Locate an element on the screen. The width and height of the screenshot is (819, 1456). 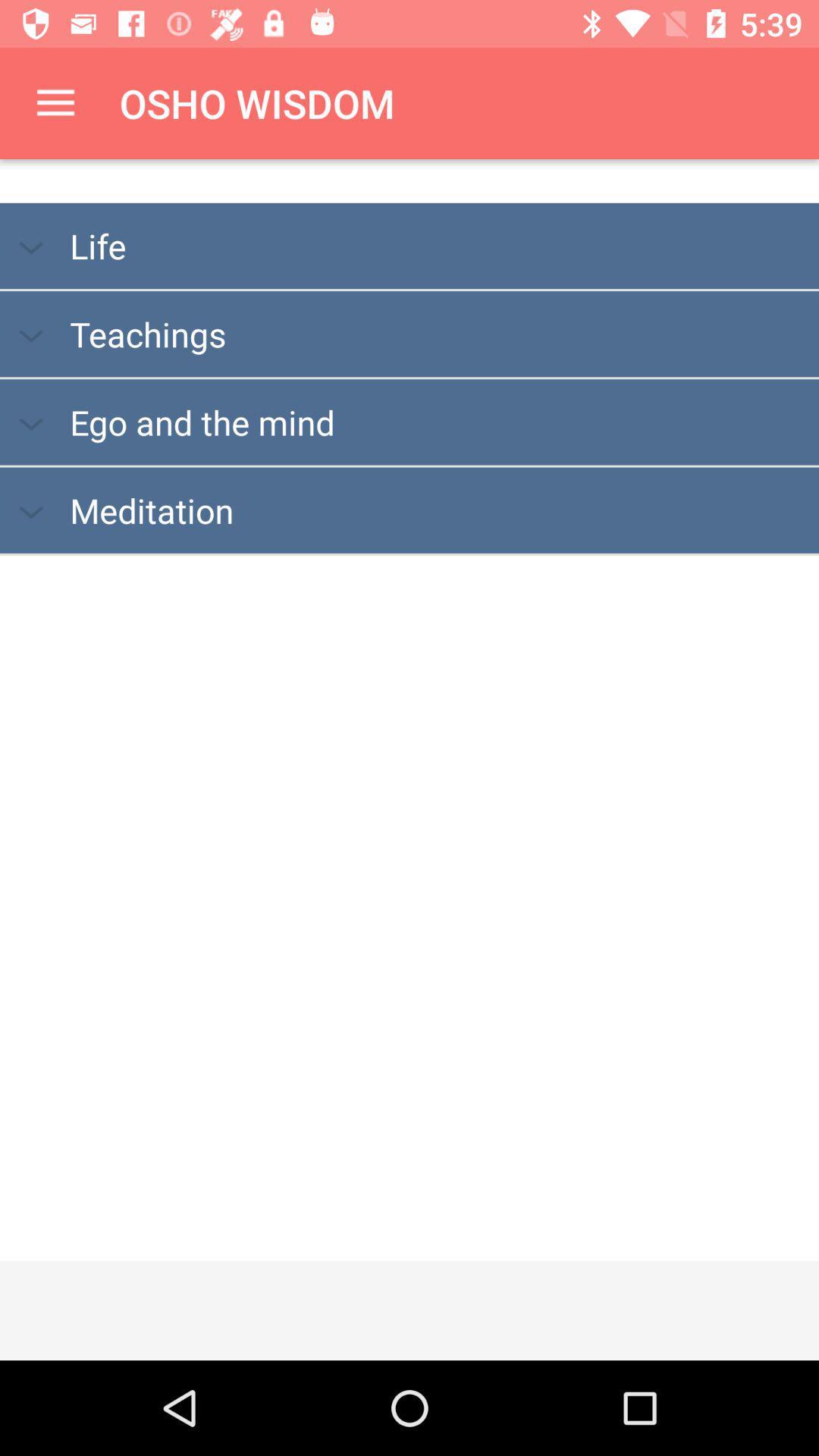
the item next to osho wisdom item is located at coordinates (55, 102).